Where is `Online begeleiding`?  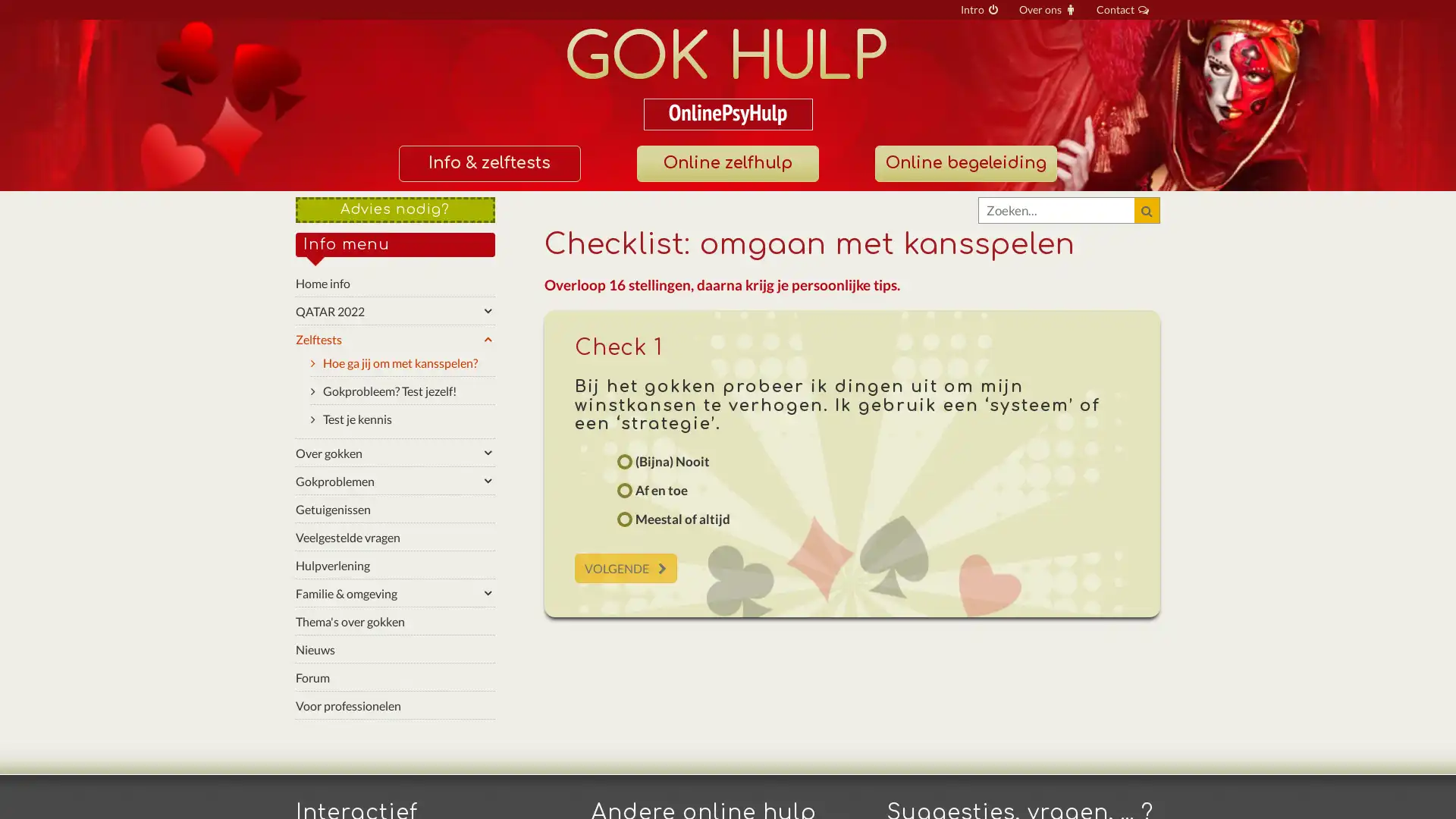
Online begeleiding is located at coordinates (964, 163).